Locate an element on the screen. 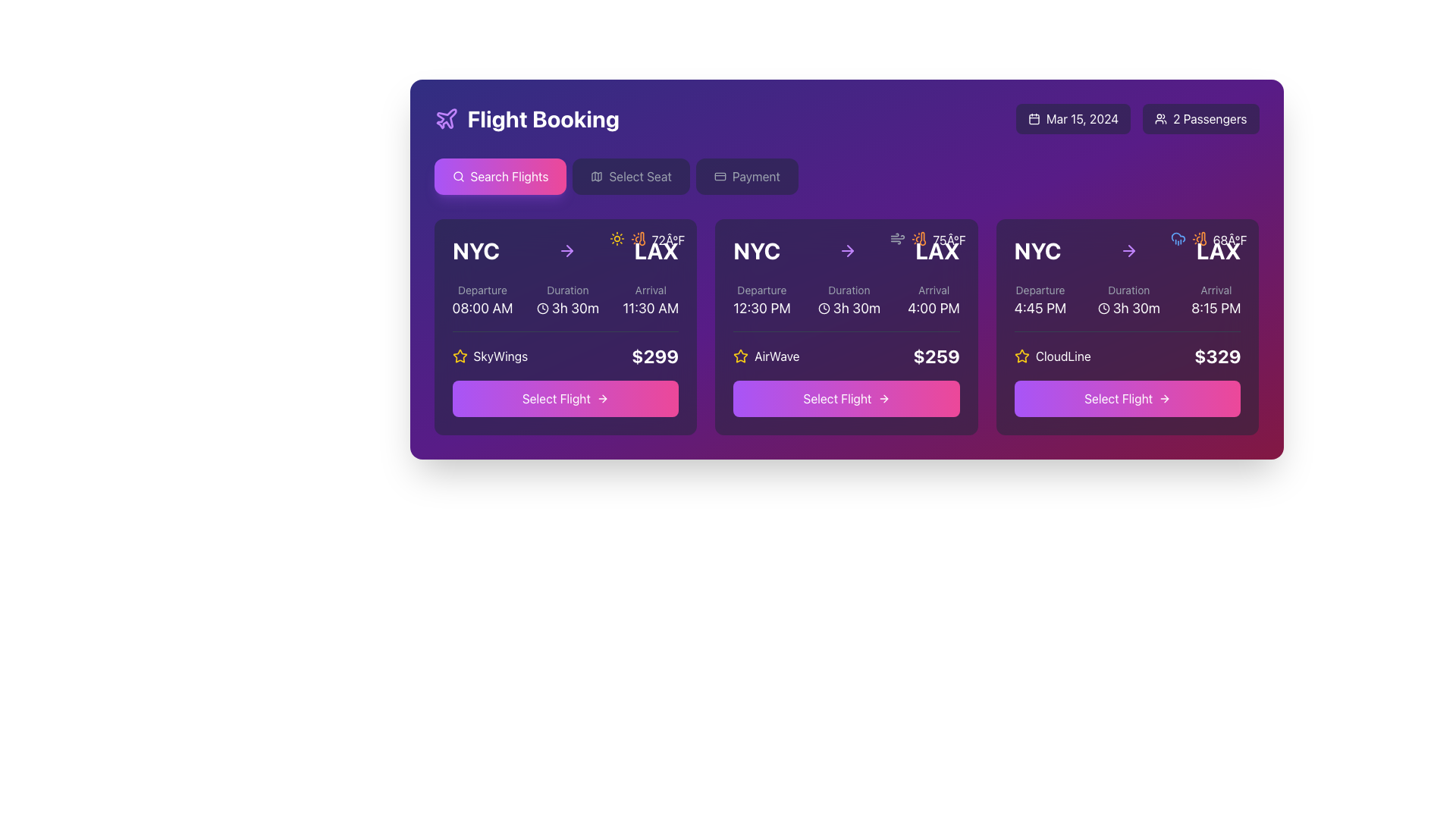  the star icon used for marking or favoriting a flight option is located at coordinates (459, 356).